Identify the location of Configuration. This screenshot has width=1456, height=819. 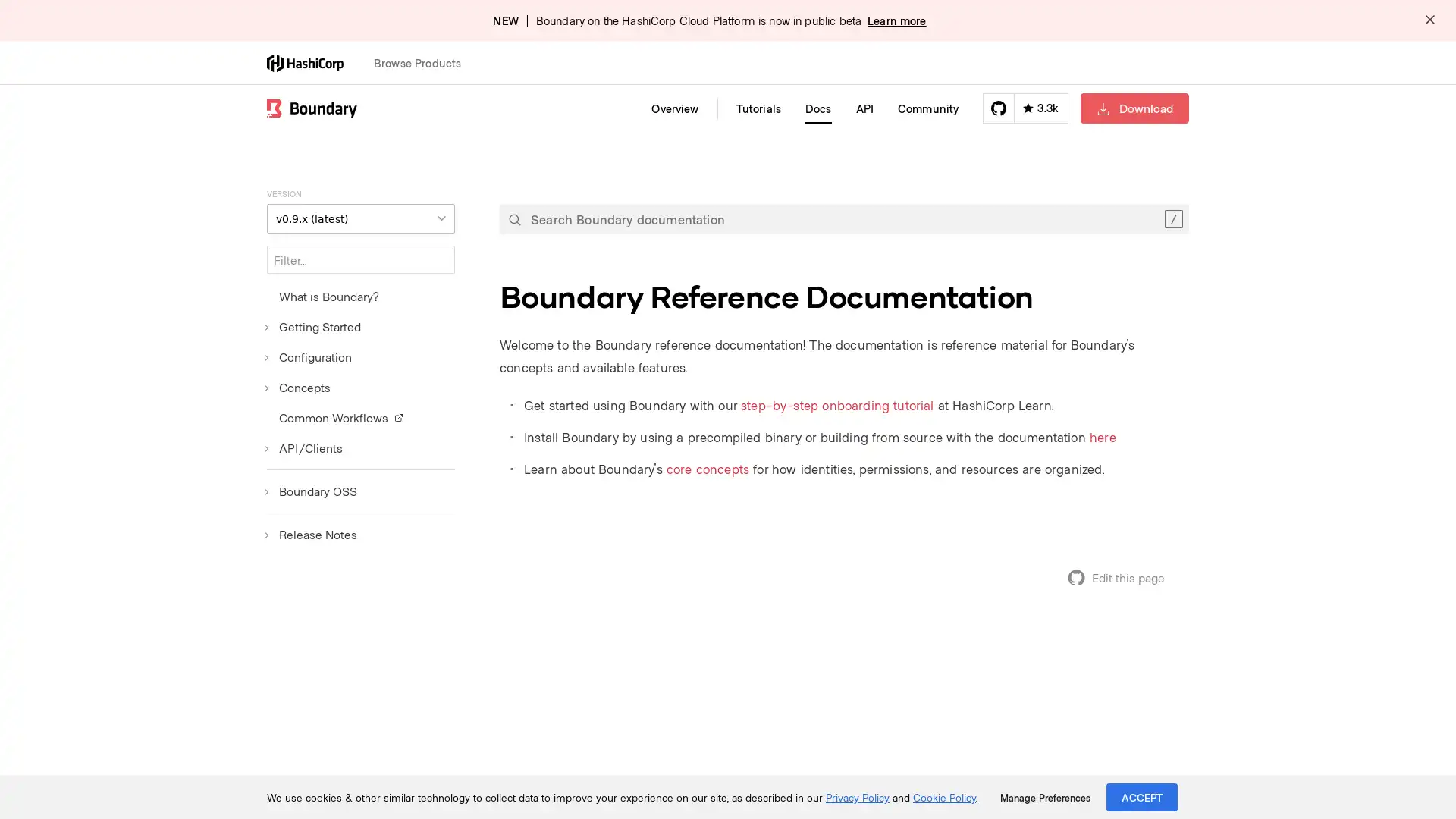
(309, 356).